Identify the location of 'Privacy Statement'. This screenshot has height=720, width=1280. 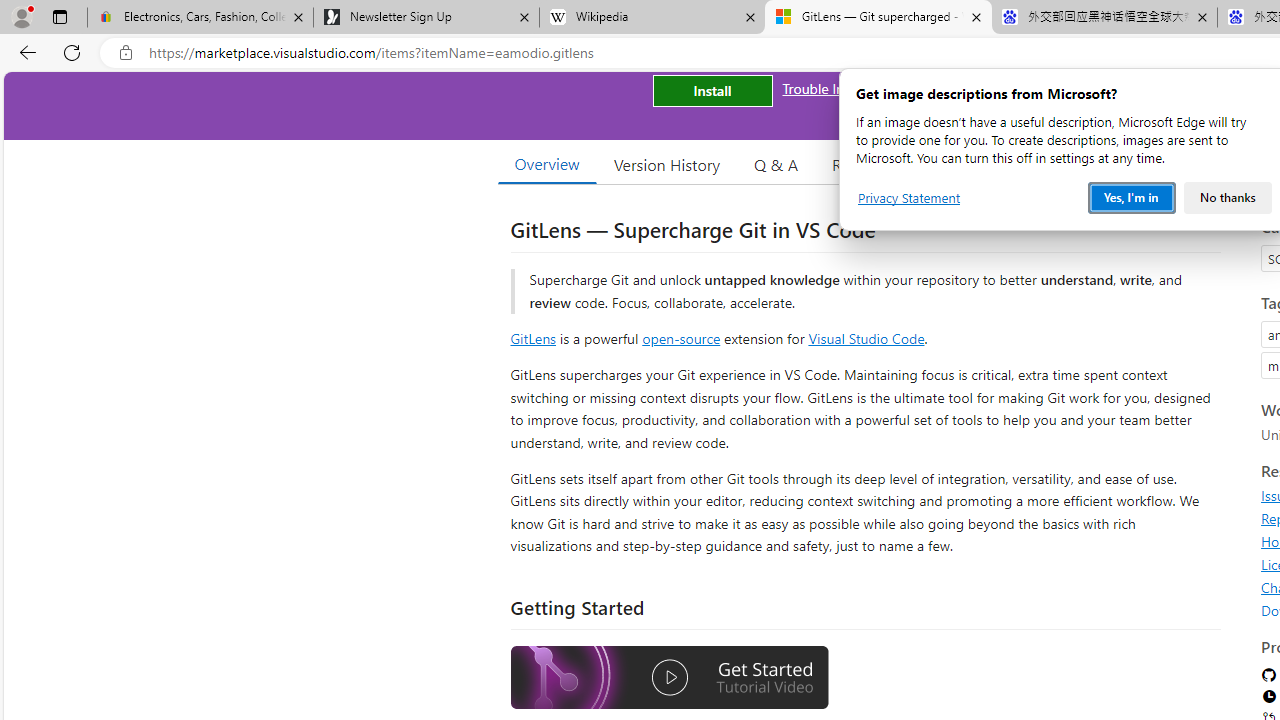
(908, 198).